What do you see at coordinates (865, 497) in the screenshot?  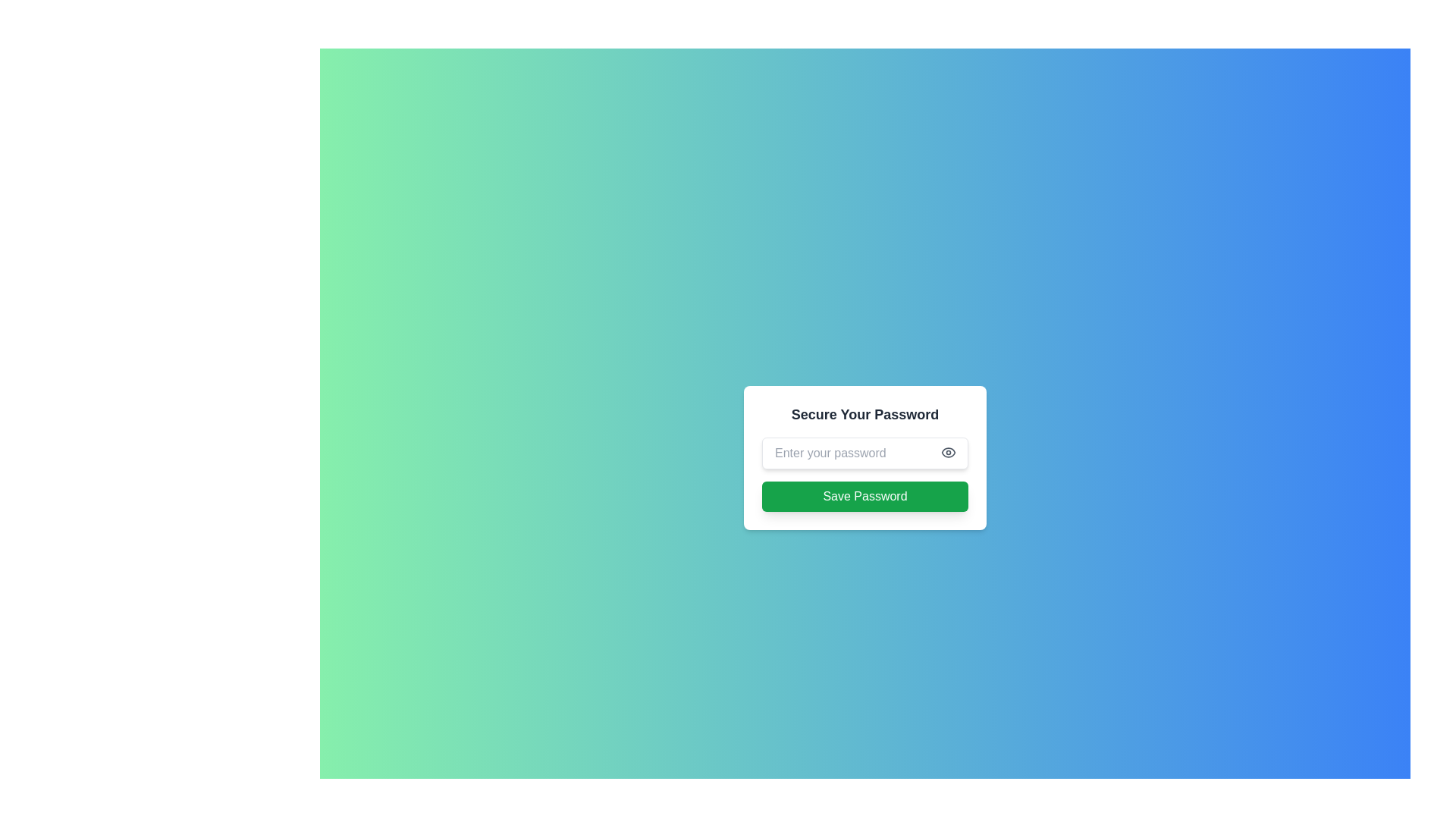 I see `the confirm button located below the 'Enter your password' field` at bounding box center [865, 497].